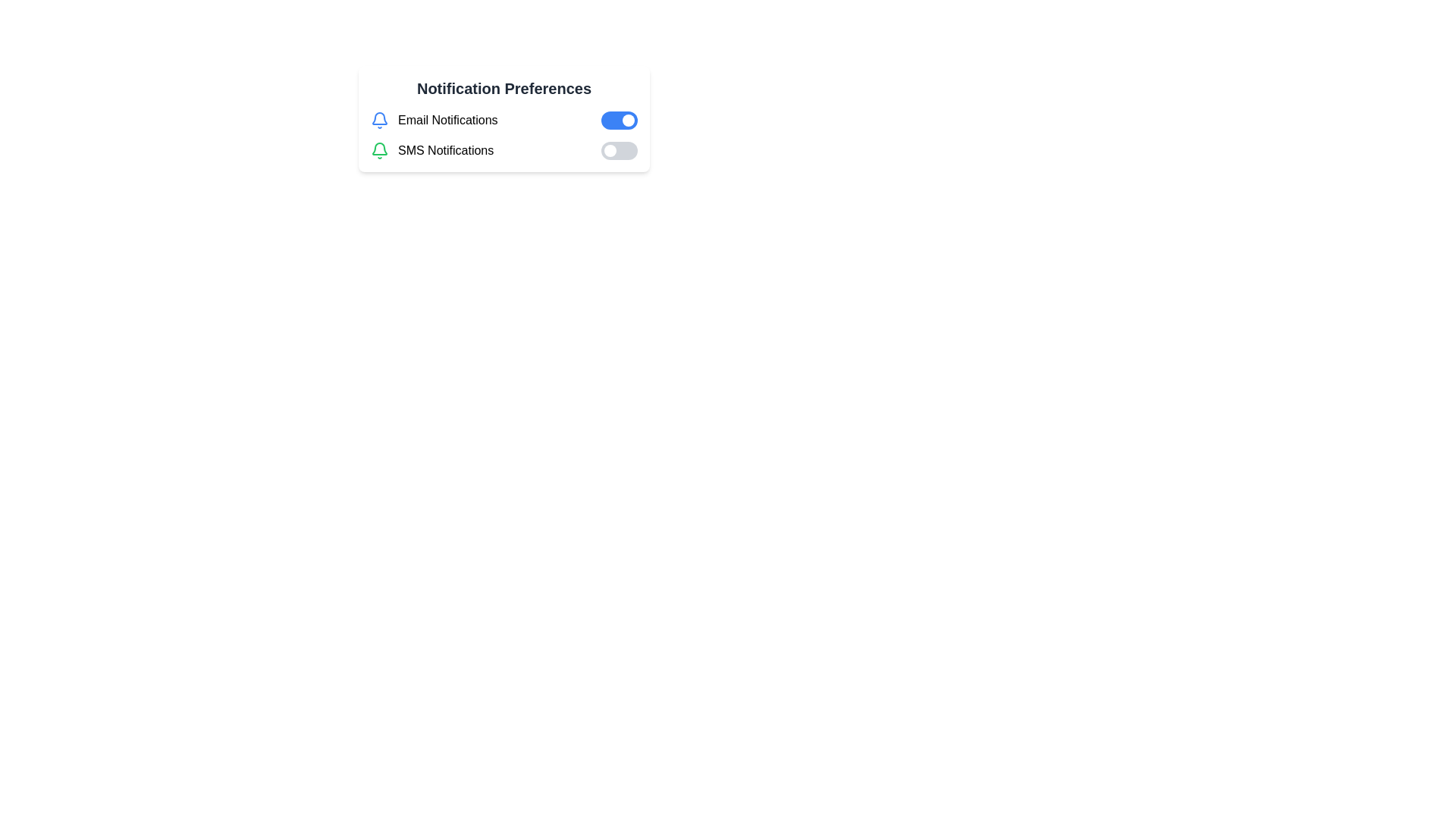 Image resolution: width=1456 pixels, height=819 pixels. Describe the element at coordinates (379, 118) in the screenshot. I see `the SMS Notifications icon located in the bottom row of the notification panel, which is adjacent to the text 'SMS Notifications' and to the left of the toggle switch` at that location.